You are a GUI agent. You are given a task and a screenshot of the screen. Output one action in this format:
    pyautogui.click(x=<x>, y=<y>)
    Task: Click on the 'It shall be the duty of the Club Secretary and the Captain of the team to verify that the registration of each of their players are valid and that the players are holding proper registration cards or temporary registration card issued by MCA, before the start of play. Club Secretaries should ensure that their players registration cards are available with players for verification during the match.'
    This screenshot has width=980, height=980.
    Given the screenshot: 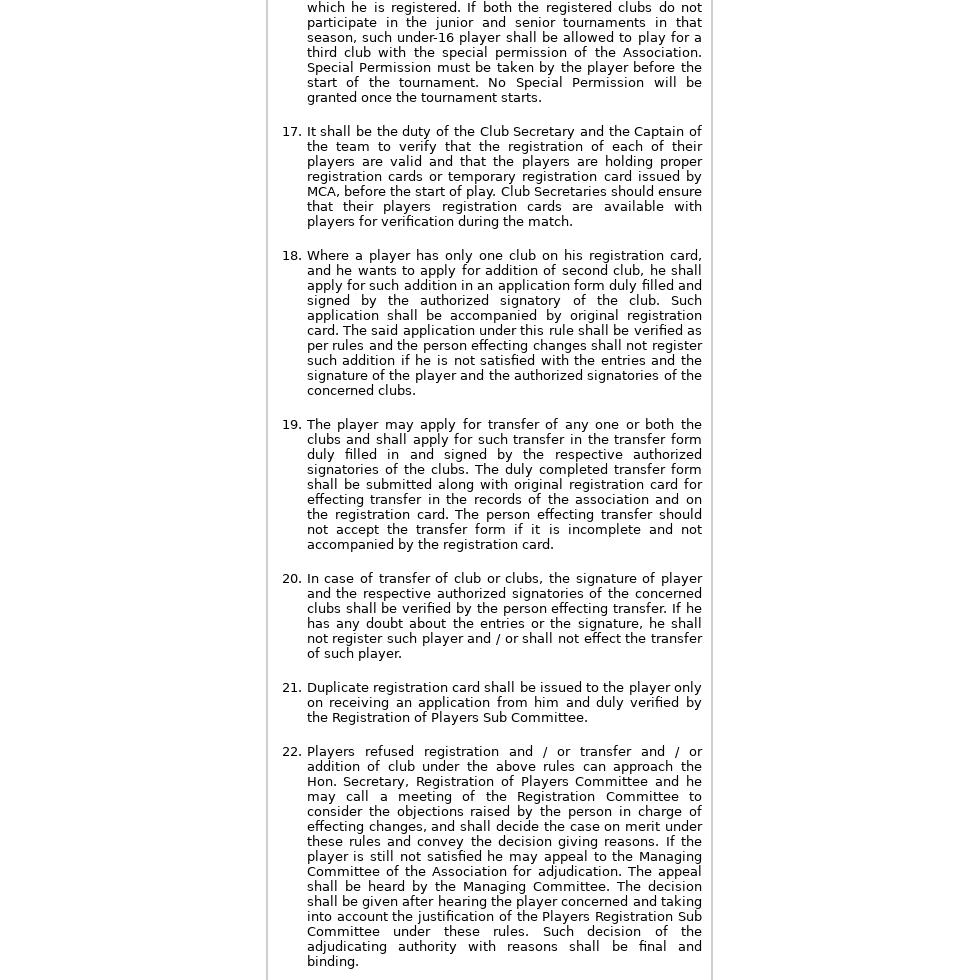 What is the action you would take?
    pyautogui.click(x=503, y=176)
    